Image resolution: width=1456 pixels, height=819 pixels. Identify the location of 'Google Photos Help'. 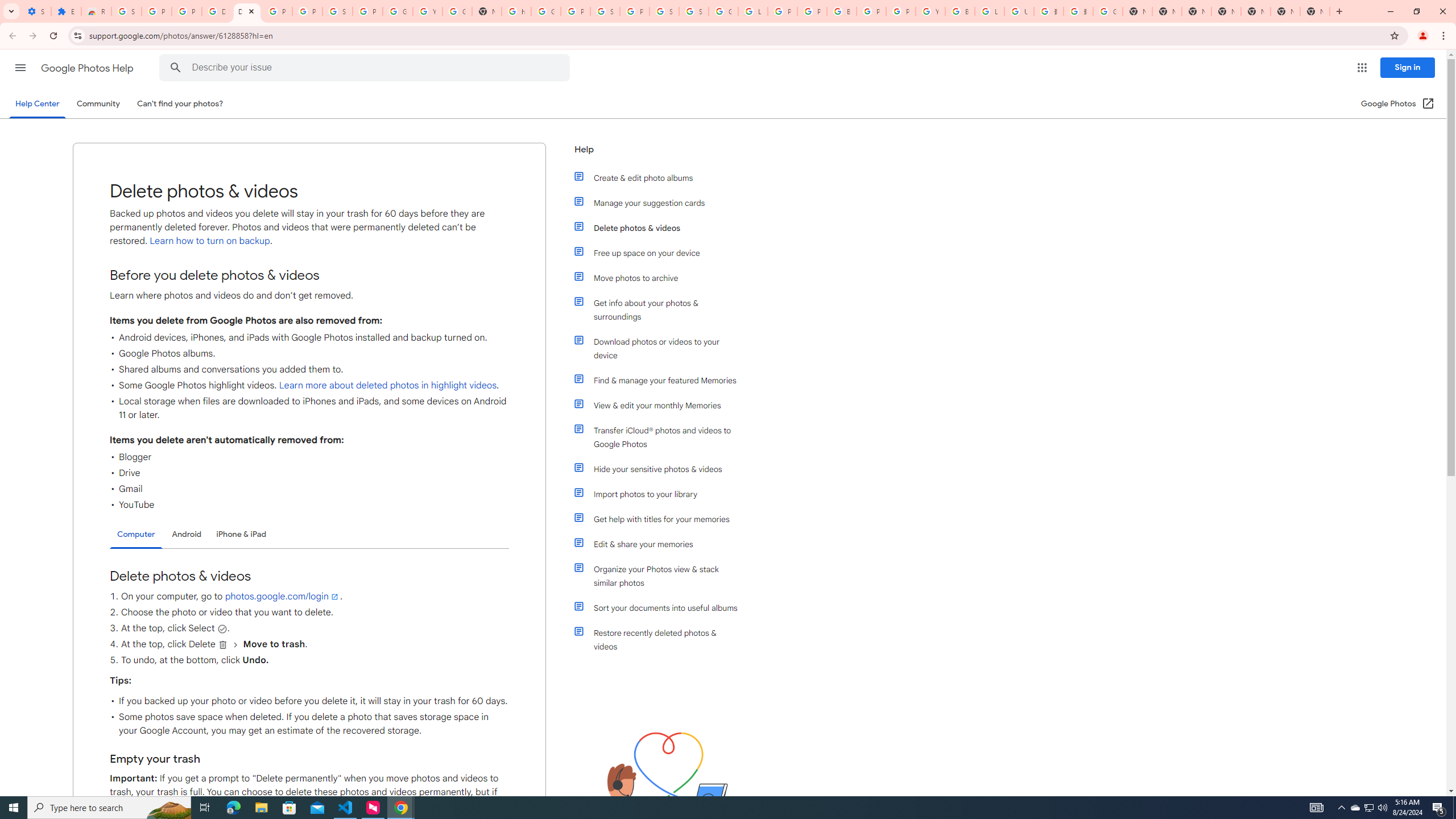
(88, 68).